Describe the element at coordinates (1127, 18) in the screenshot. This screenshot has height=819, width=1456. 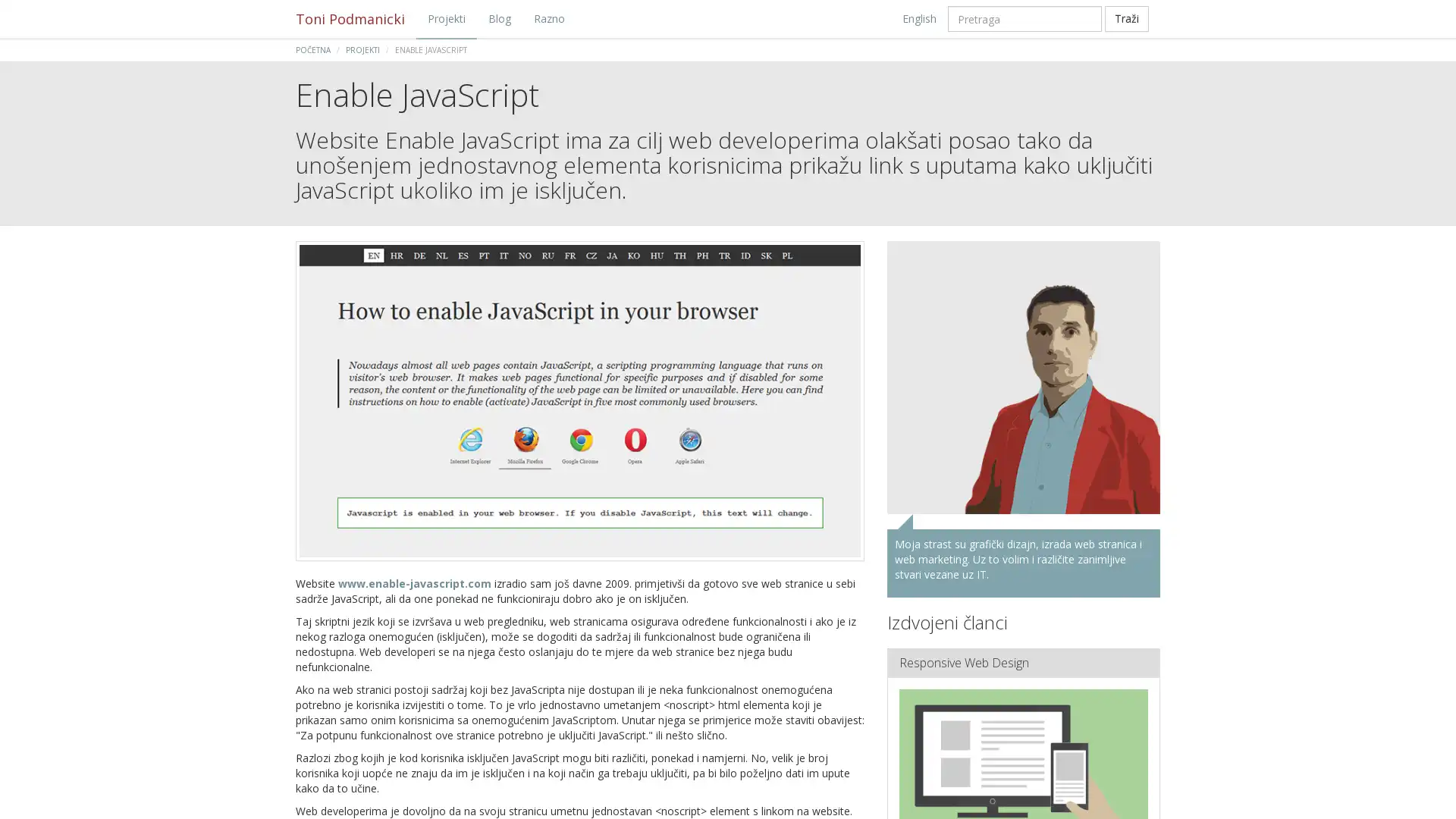
I see `Trazi` at that location.